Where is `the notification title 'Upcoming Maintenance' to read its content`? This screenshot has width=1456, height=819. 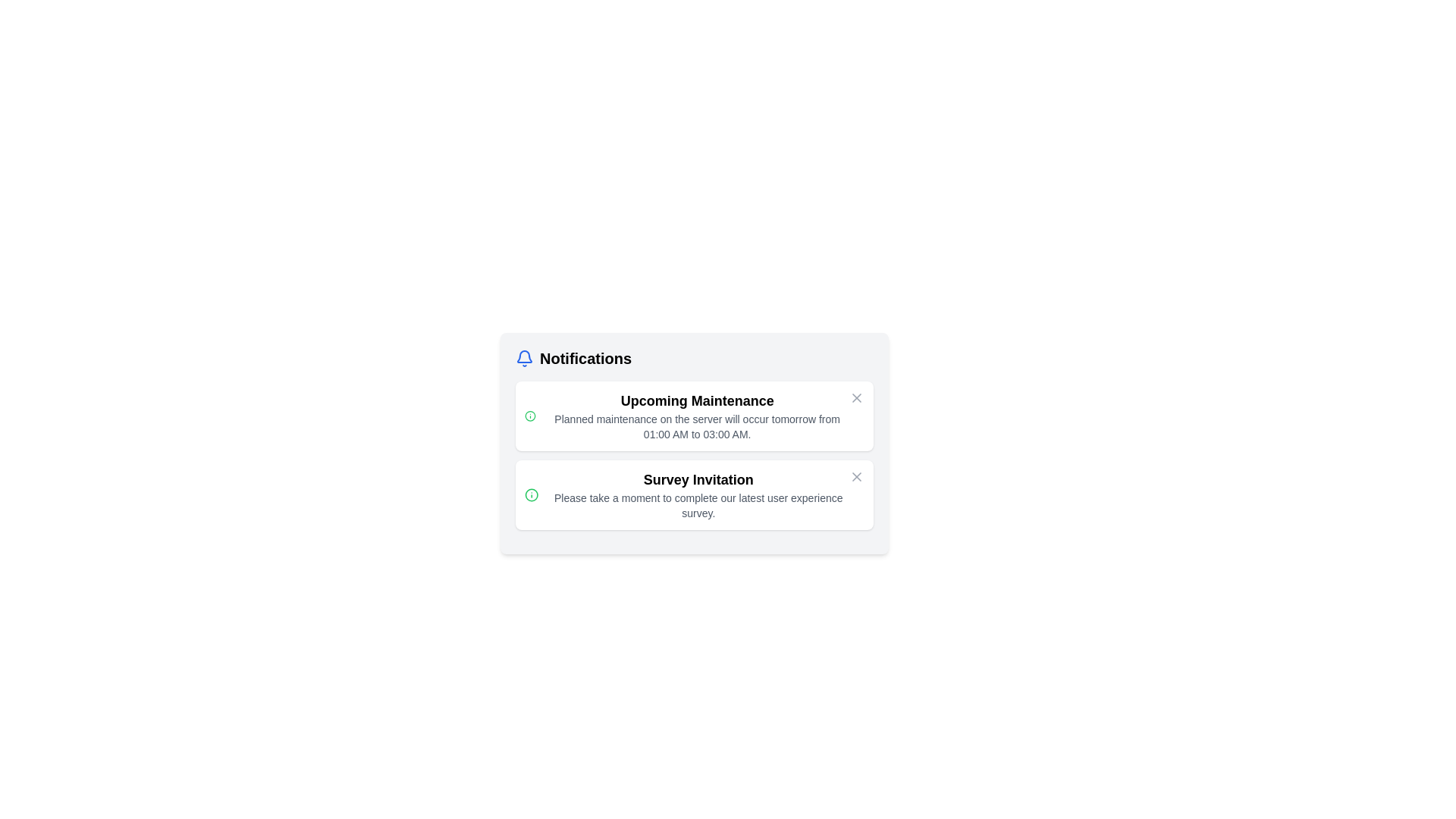 the notification title 'Upcoming Maintenance' to read its content is located at coordinates (585, 400).